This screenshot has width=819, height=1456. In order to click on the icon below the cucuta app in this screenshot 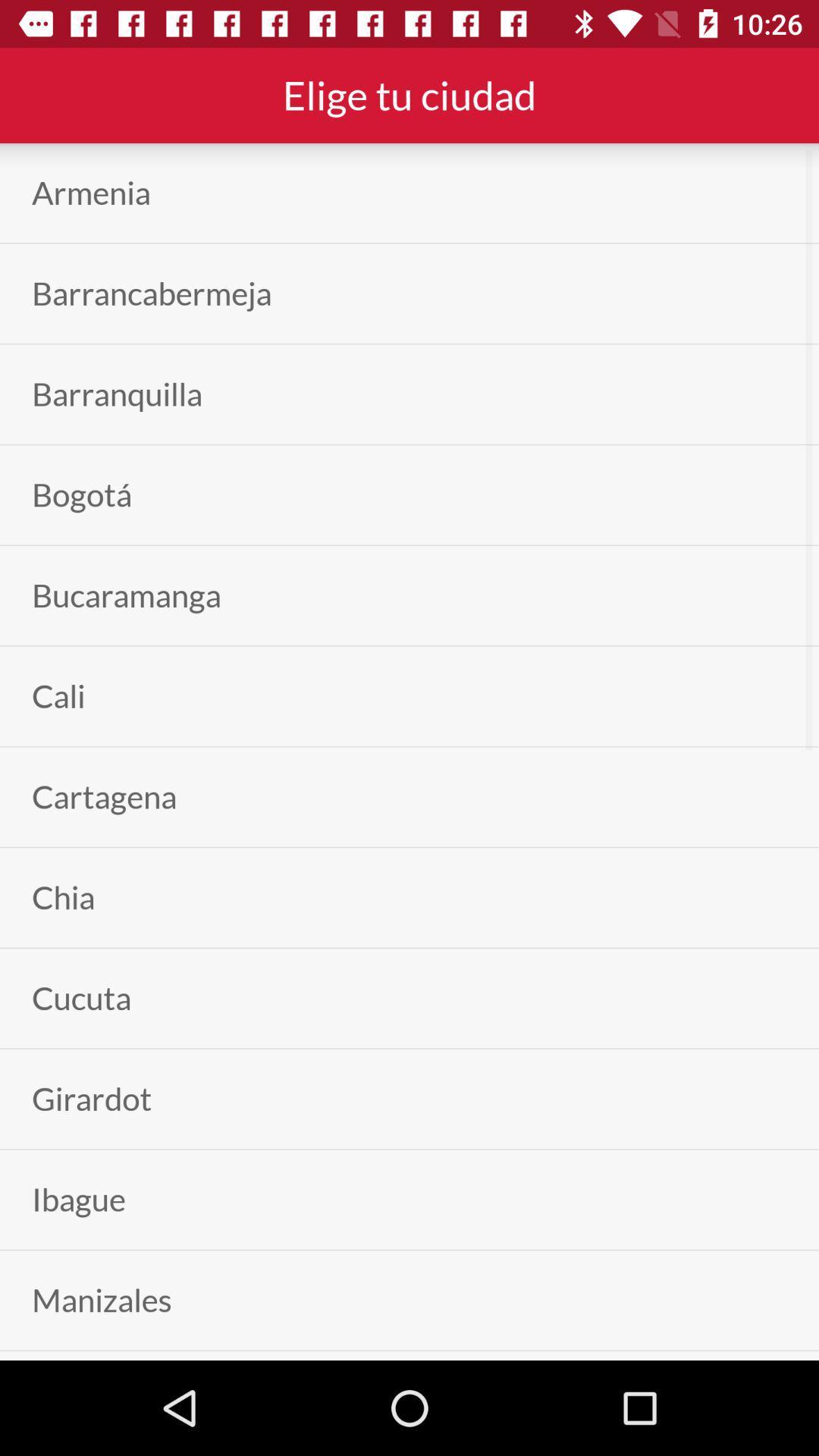, I will do `click(92, 1099)`.